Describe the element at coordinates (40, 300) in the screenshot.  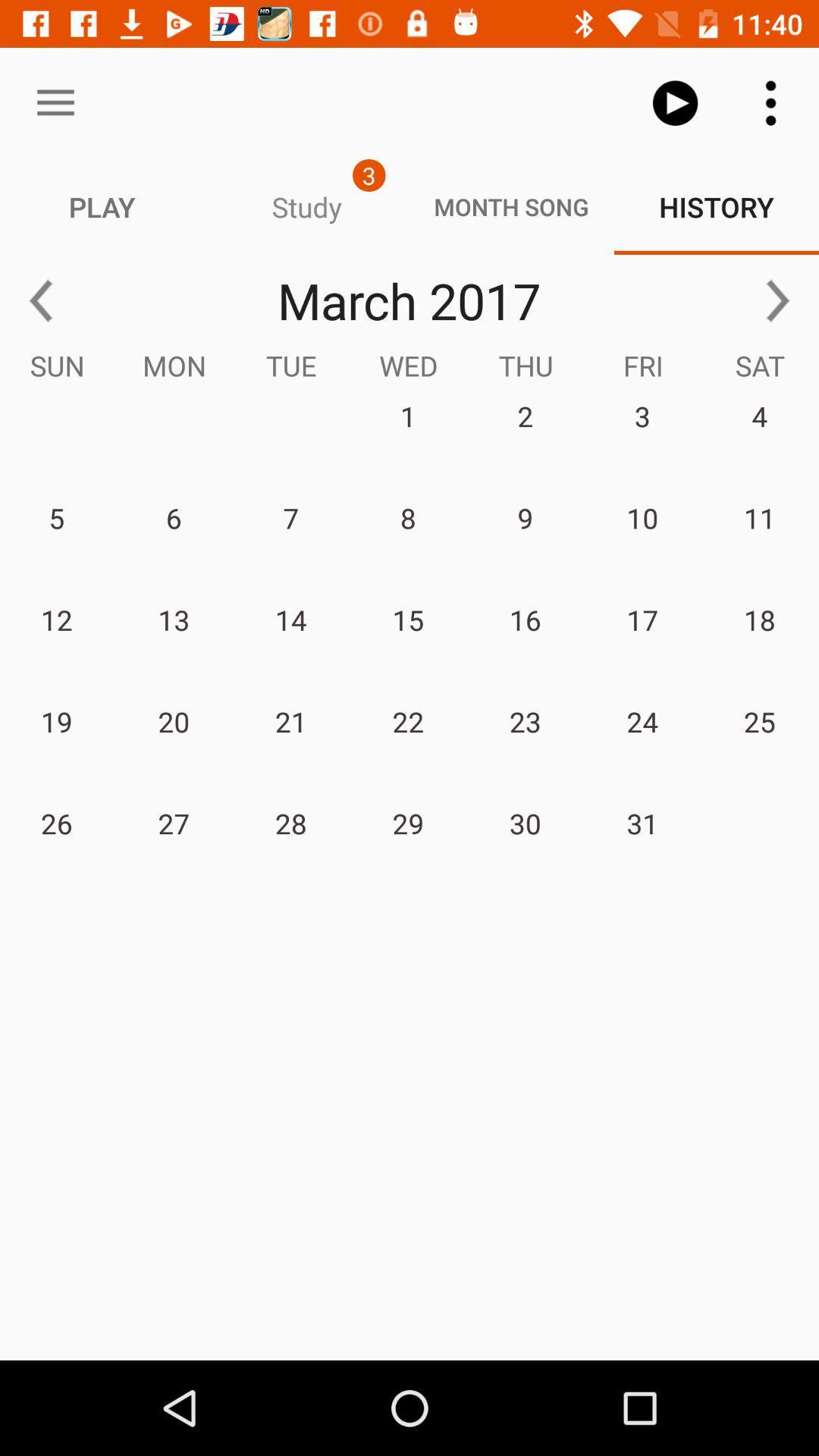
I see `scroll month left` at that location.